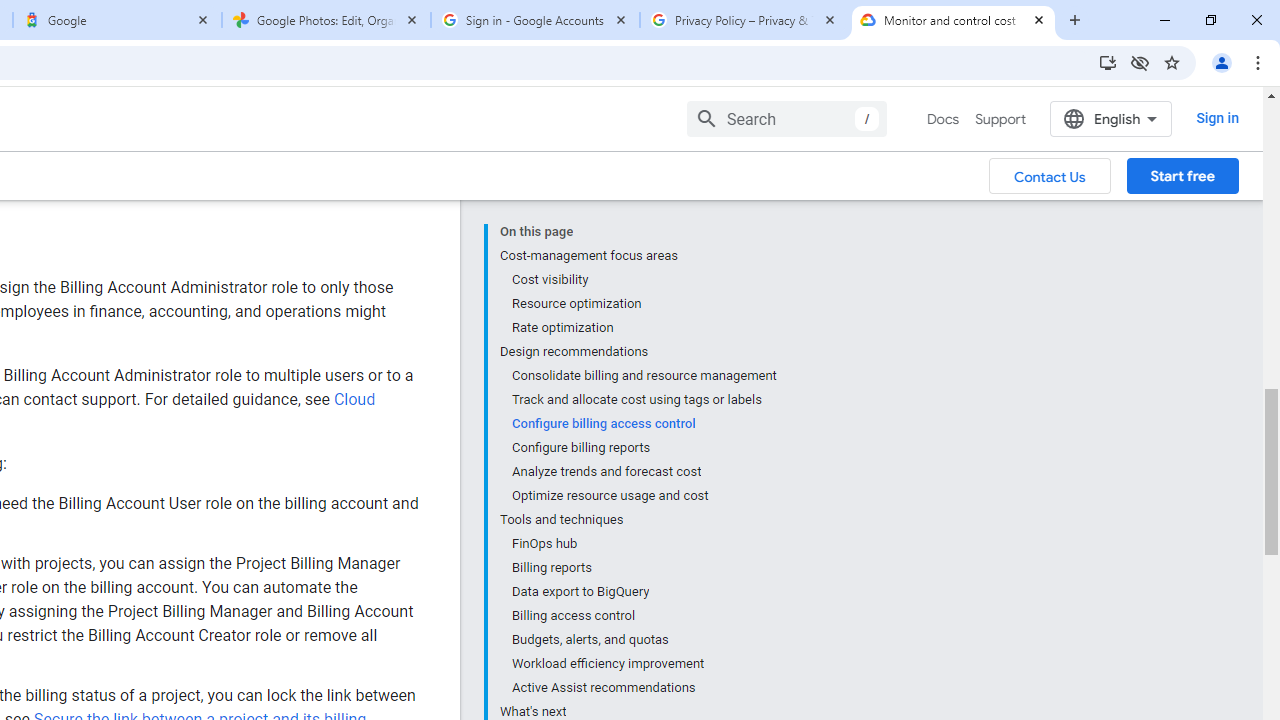 This screenshot has width=1280, height=720. Describe the element at coordinates (1000, 119) in the screenshot. I see `'Support'` at that location.